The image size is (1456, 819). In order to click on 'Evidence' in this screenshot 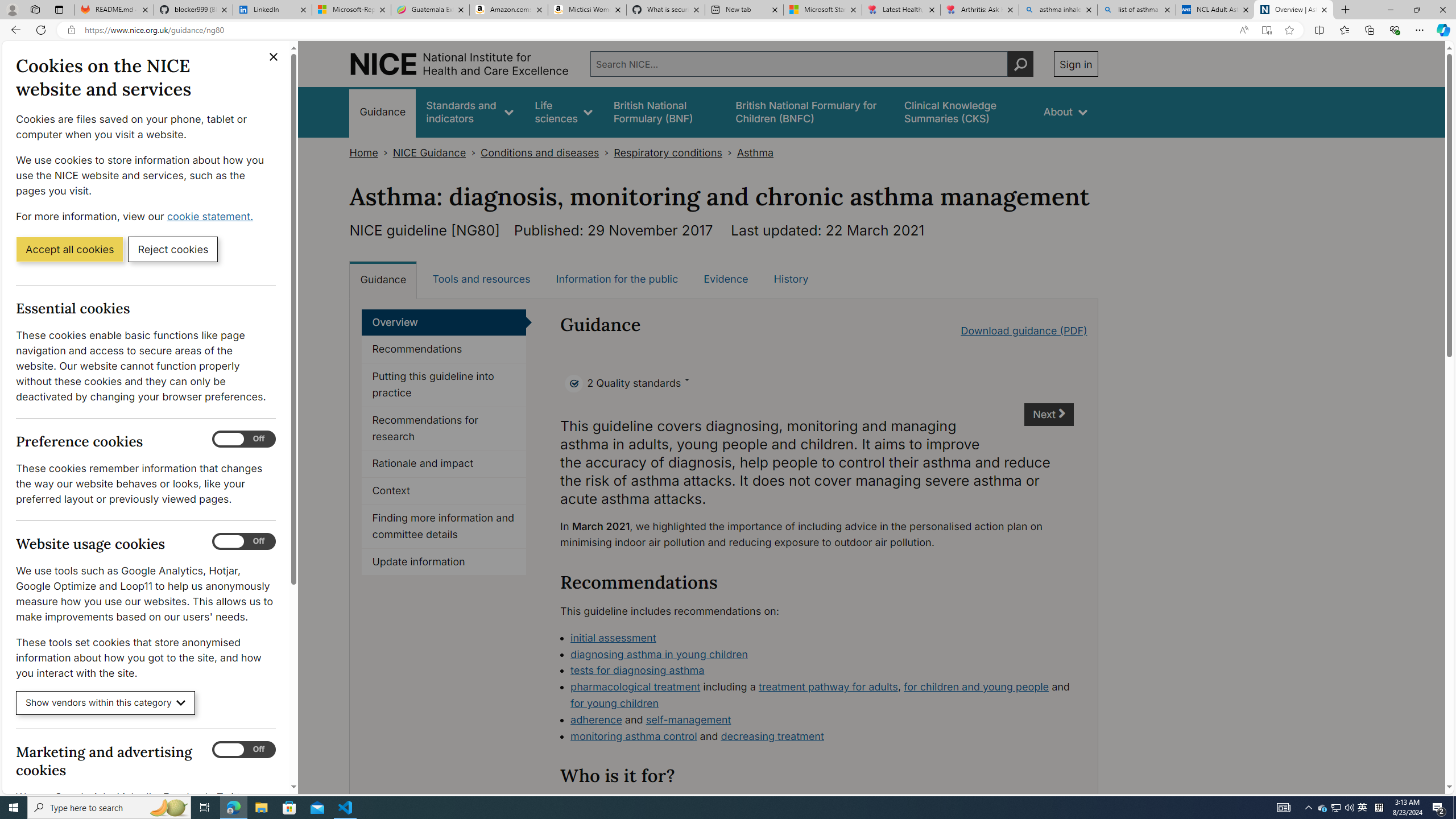, I will do `click(725, 279)`.